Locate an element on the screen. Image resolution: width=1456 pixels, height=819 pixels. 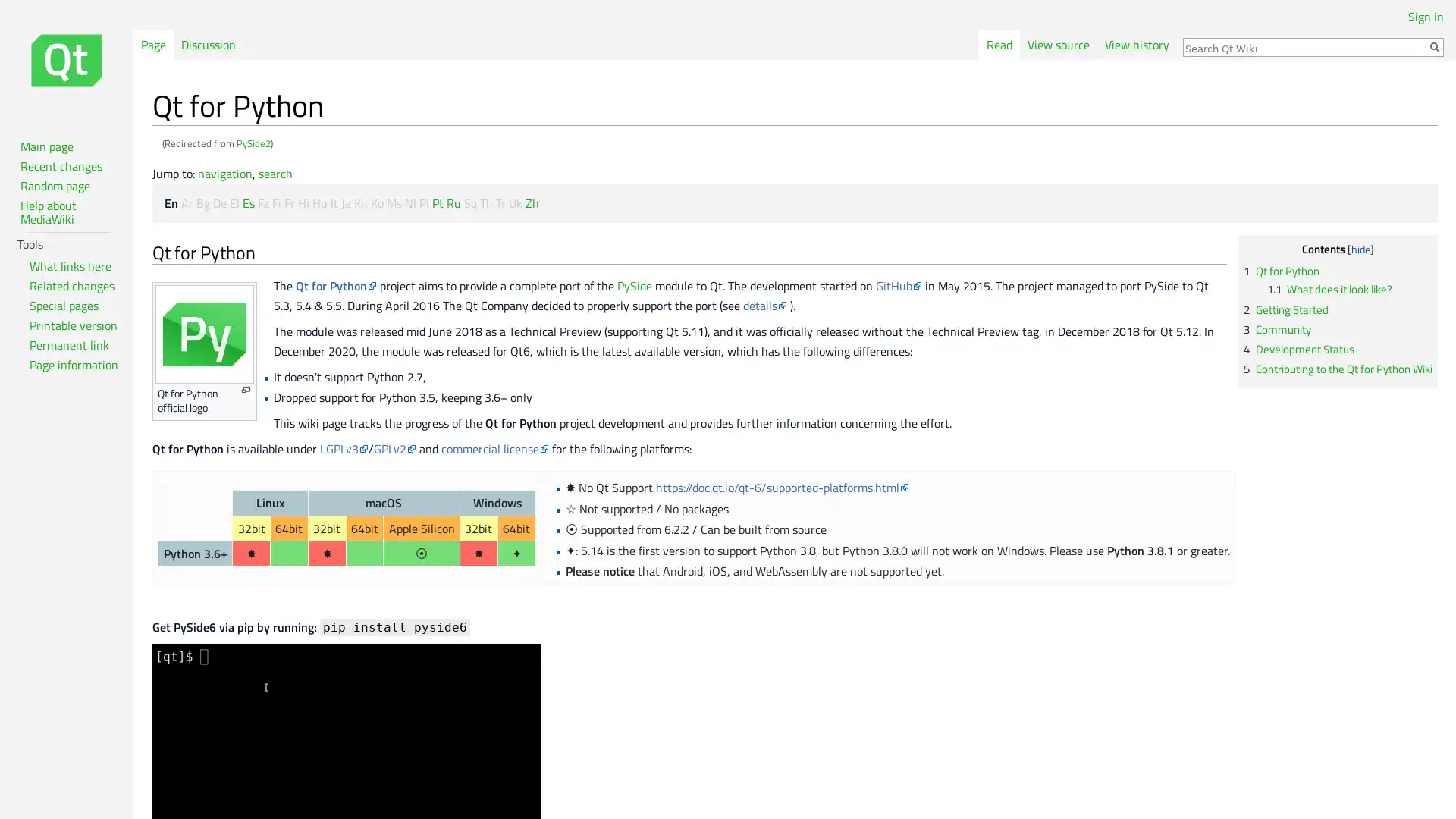
Go is located at coordinates (1433, 45).